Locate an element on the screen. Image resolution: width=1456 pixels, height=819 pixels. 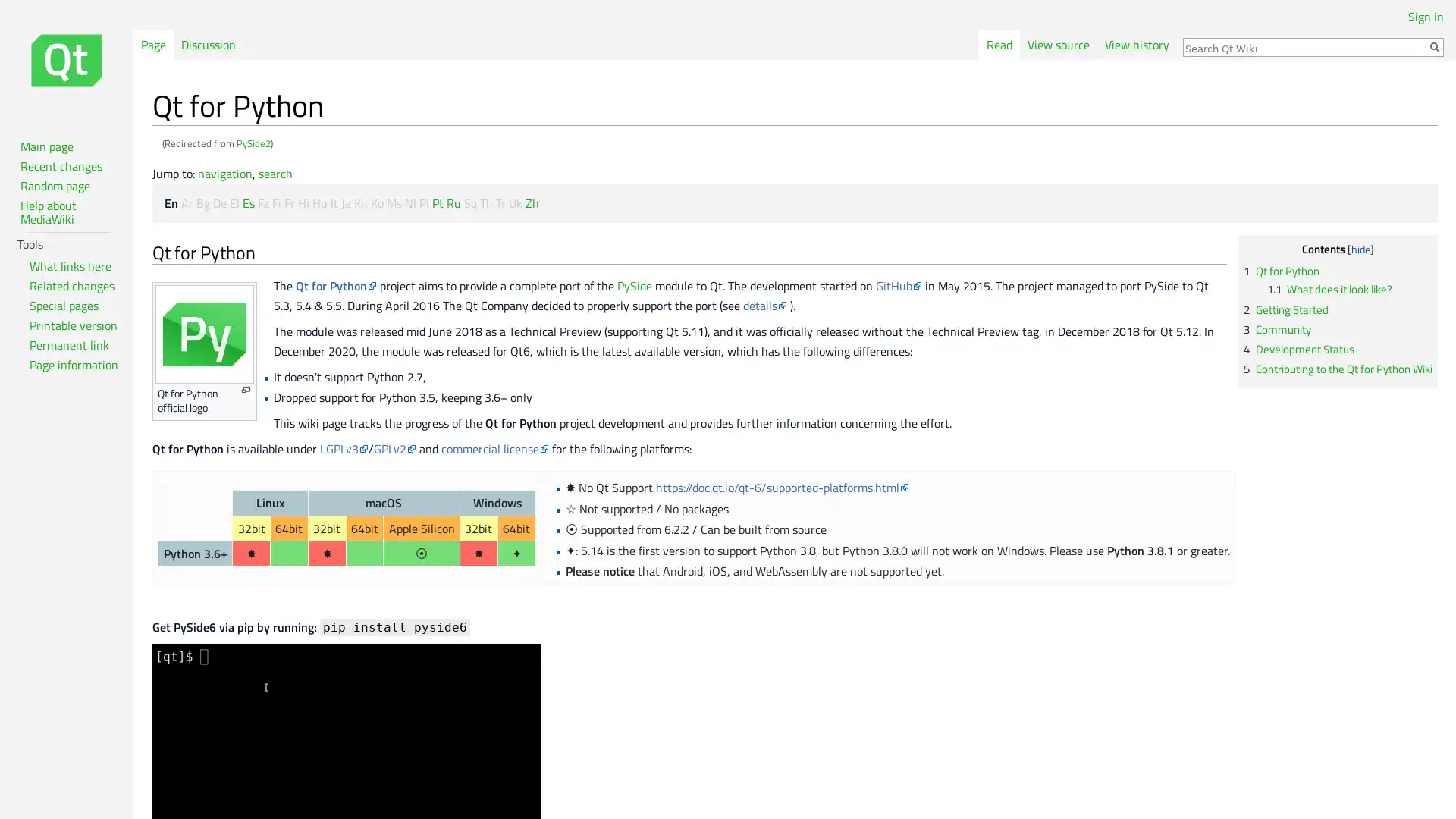
Go is located at coordinates (1433, 45).